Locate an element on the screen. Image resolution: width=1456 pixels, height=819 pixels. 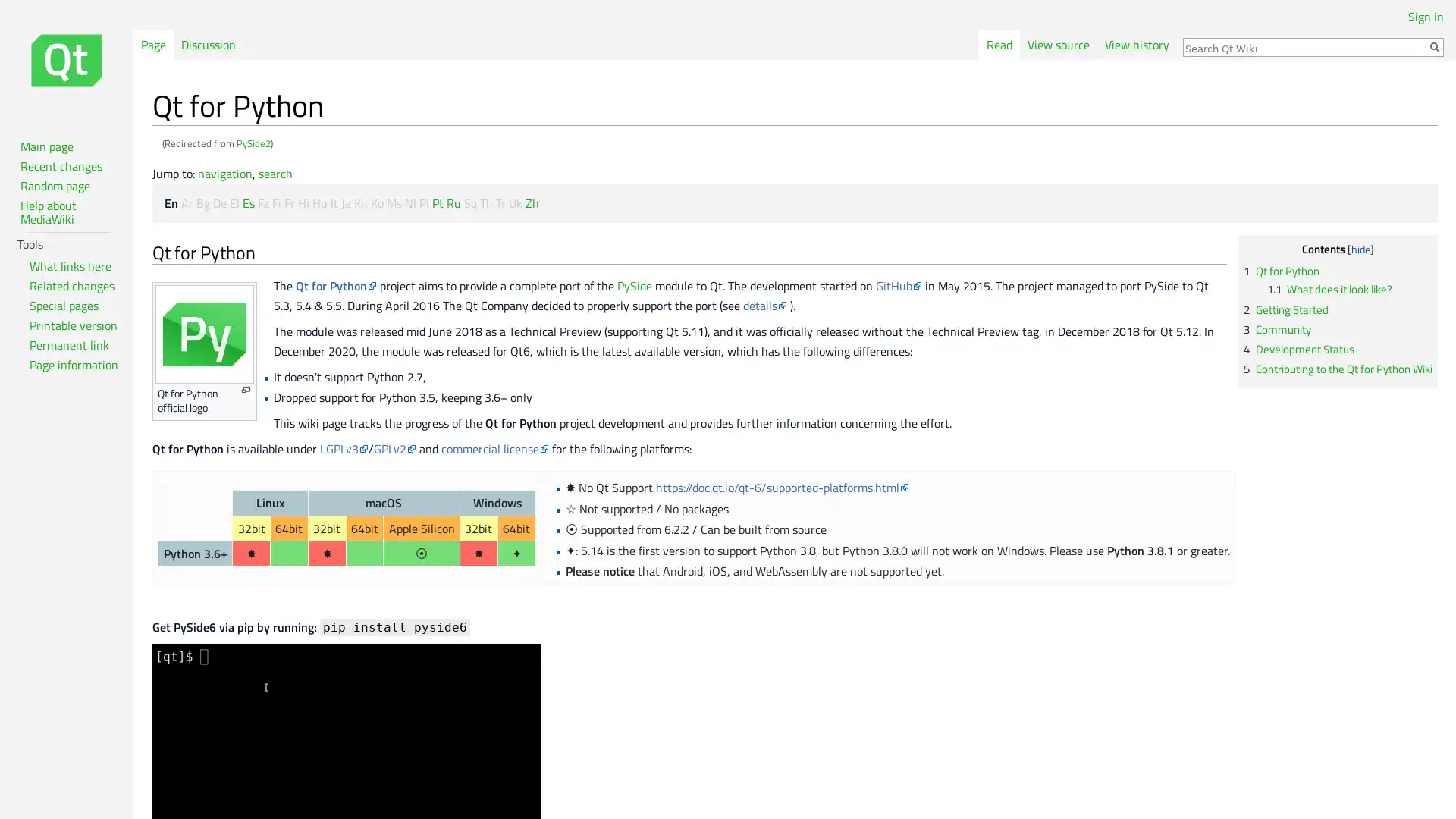
Go is located at coordinates (1433, 45).